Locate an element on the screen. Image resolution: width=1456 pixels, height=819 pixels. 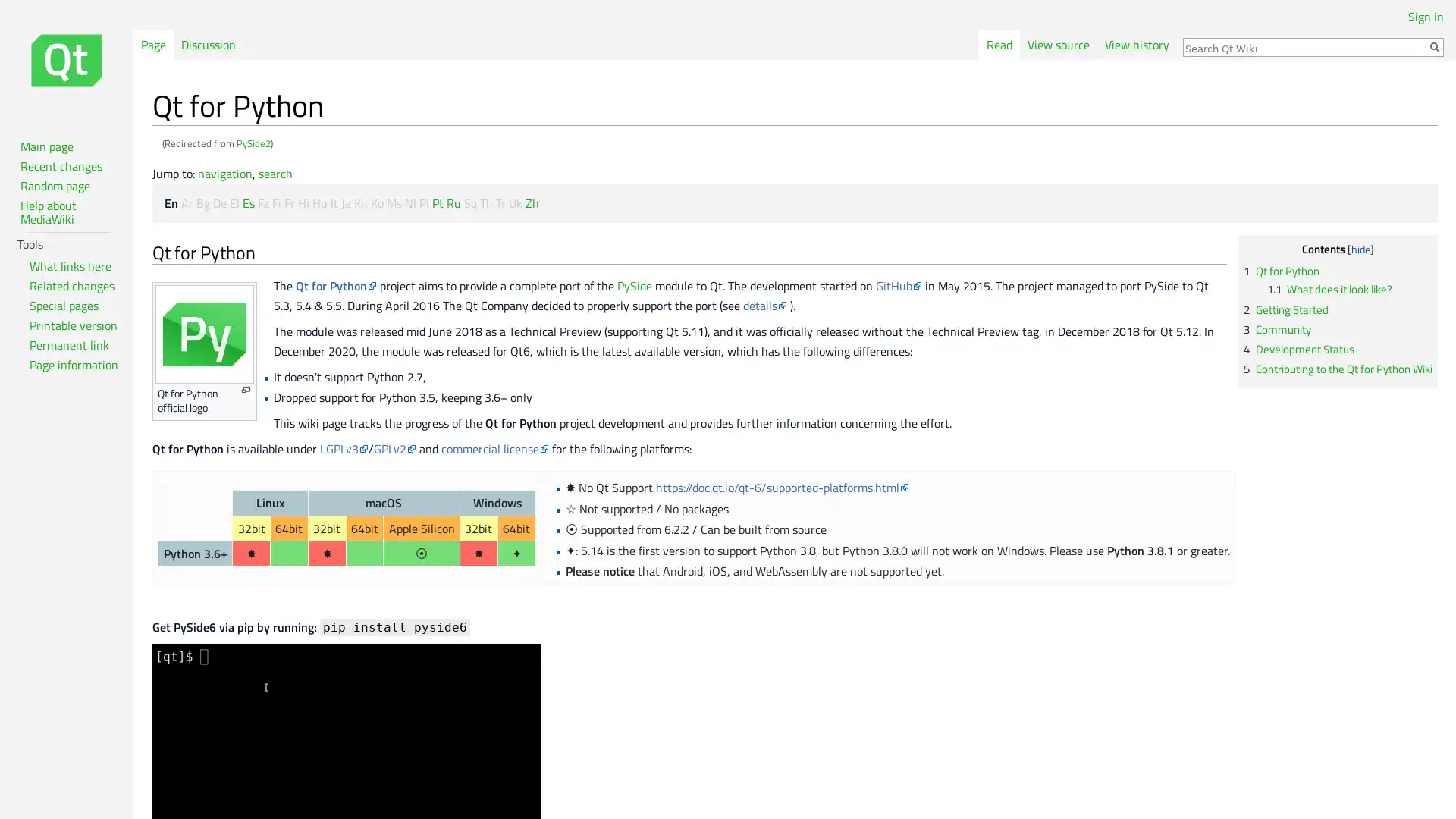
Go is located at coordinates (1433, 45).